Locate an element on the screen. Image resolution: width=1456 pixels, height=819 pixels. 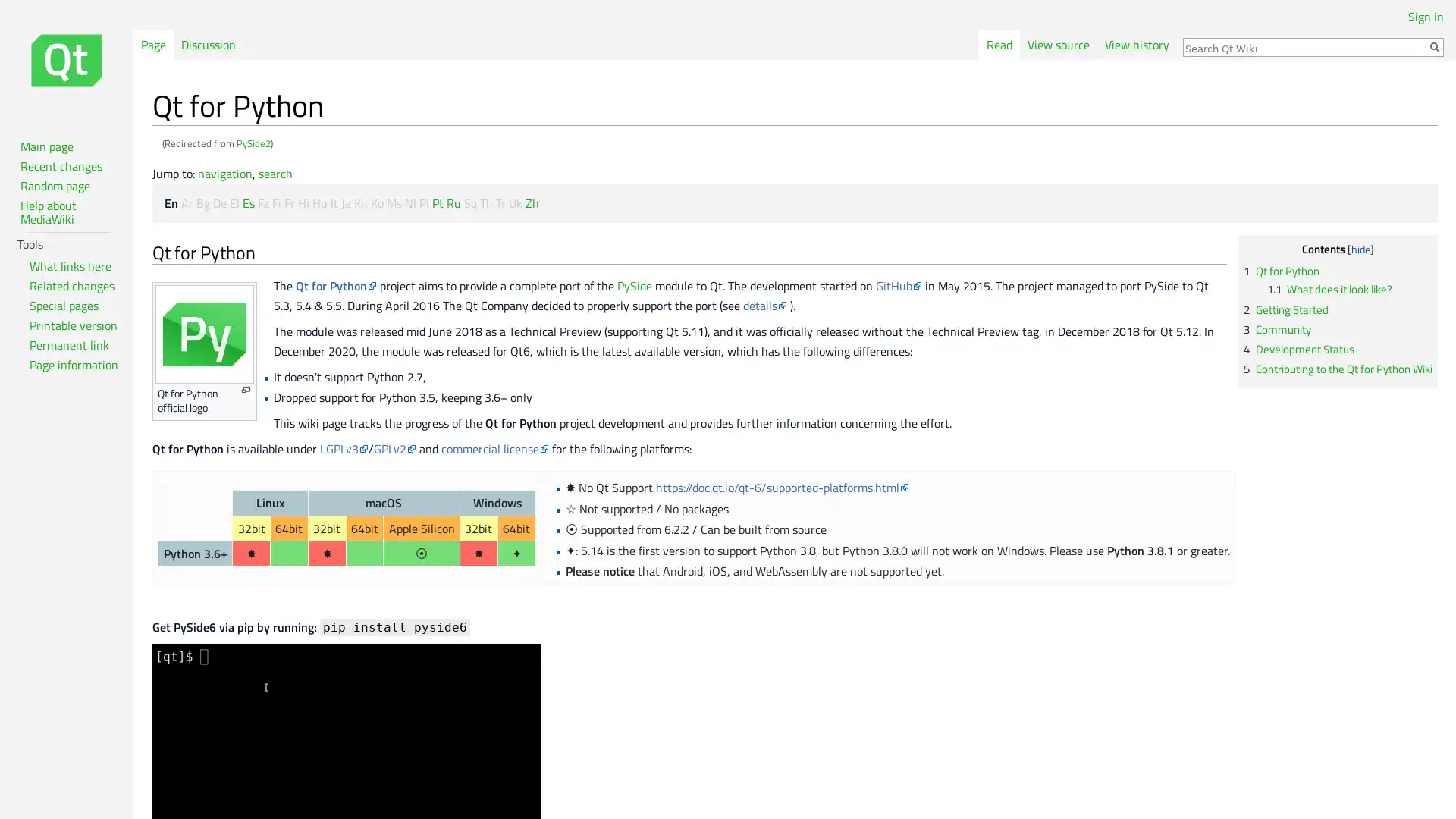
Go is located at coordinates (1433, 45).